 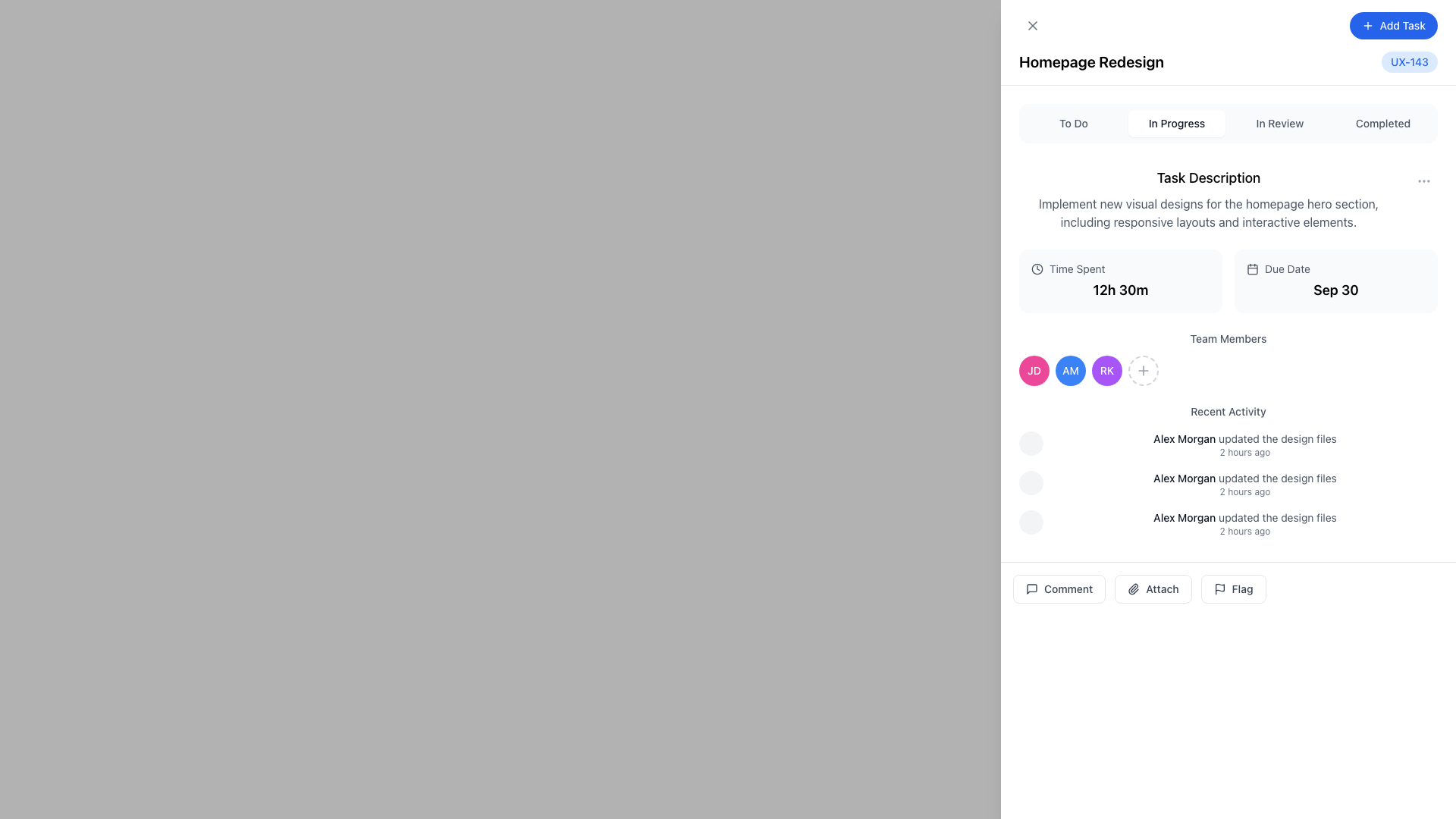 I want to click on the text label that provides information about an activity event by Alex Morgan regarding updates to design files, located in the 'Recent Activity' section, so click(x=1244, y=516).